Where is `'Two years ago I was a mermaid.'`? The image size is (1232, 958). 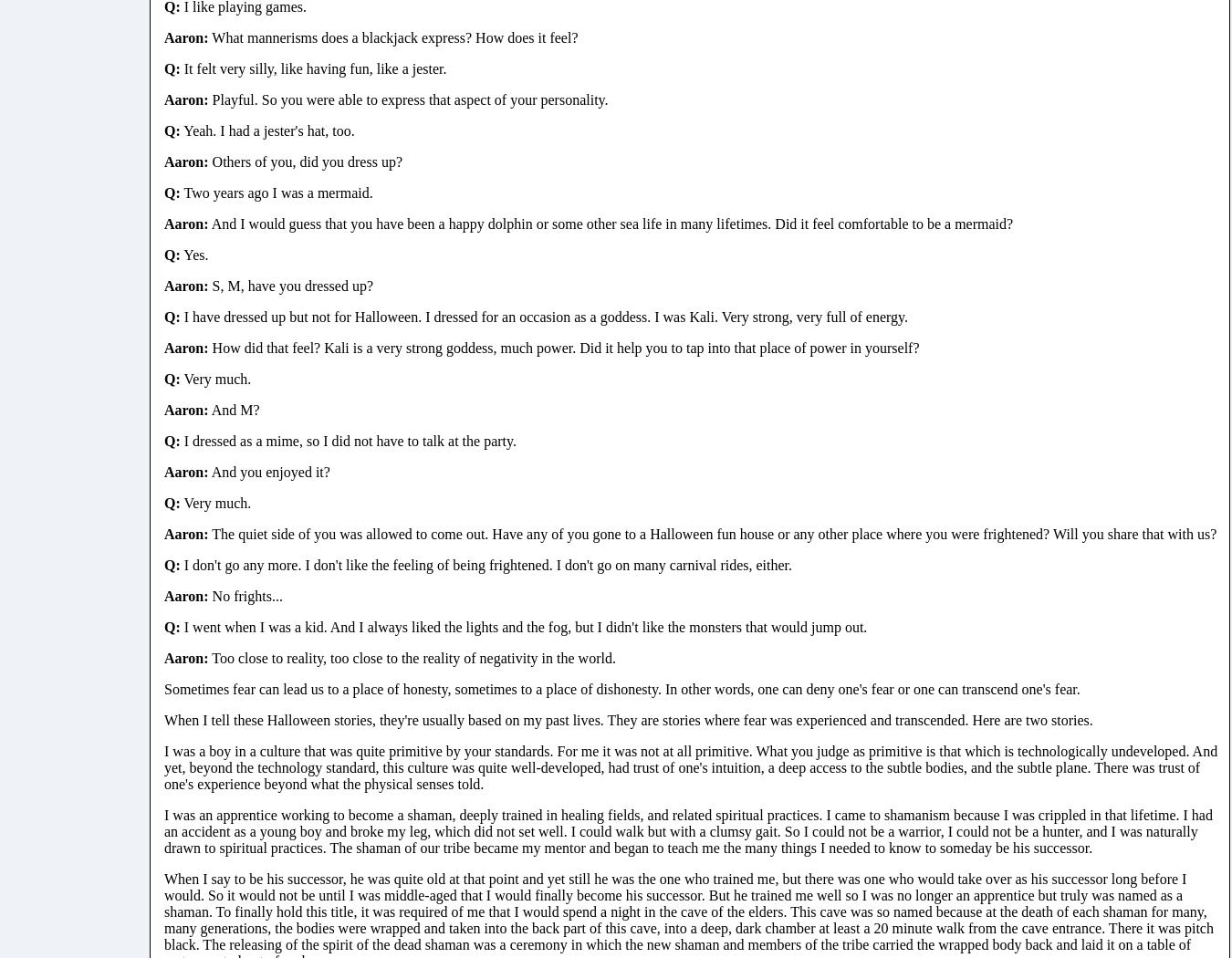 'Two years ago I was a mermaid.' is located at coordinates (275, 191).